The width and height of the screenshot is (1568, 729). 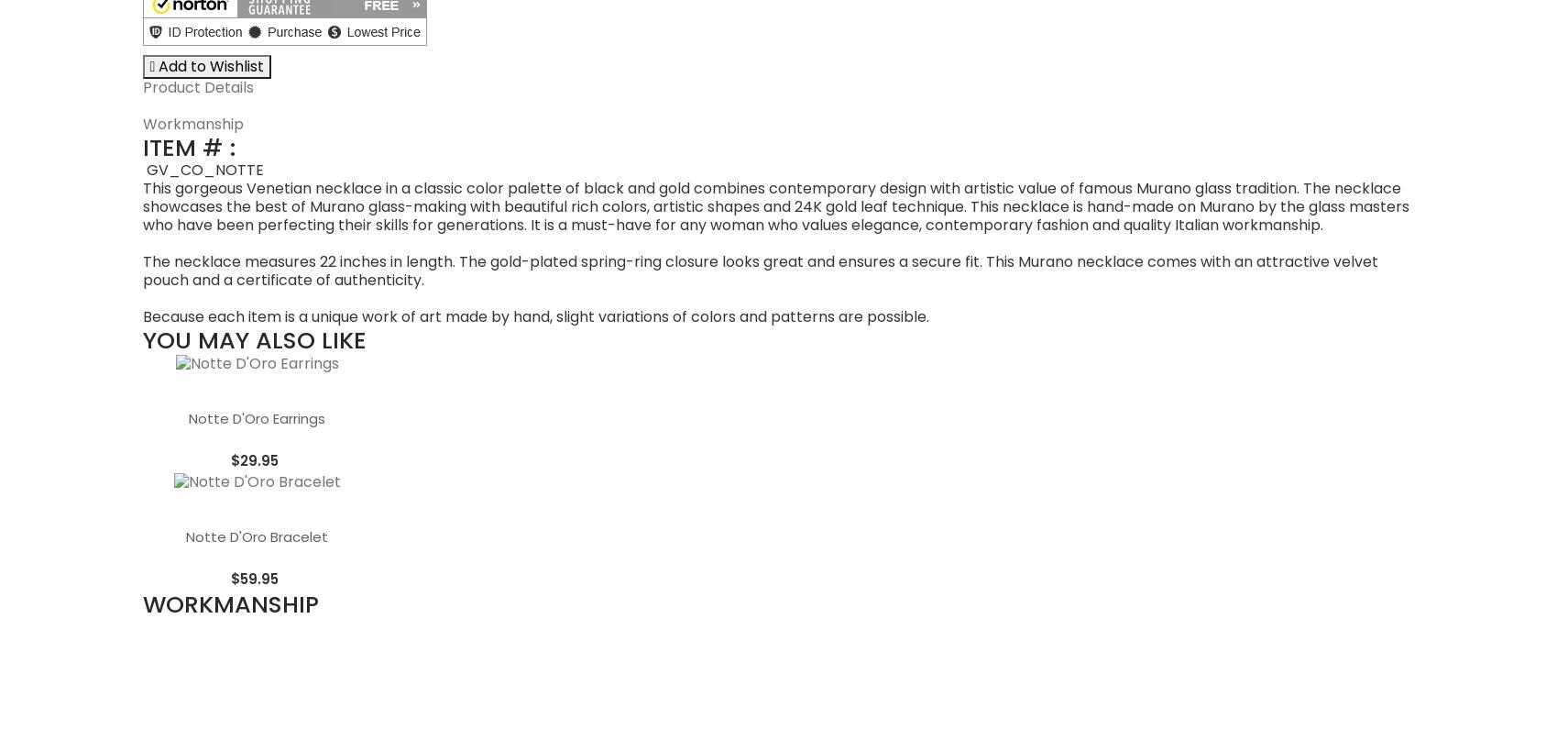 What do you see at coordinates (729, 617) in the screenshot?
I see `'Join'` at bounding box center [729, 617].